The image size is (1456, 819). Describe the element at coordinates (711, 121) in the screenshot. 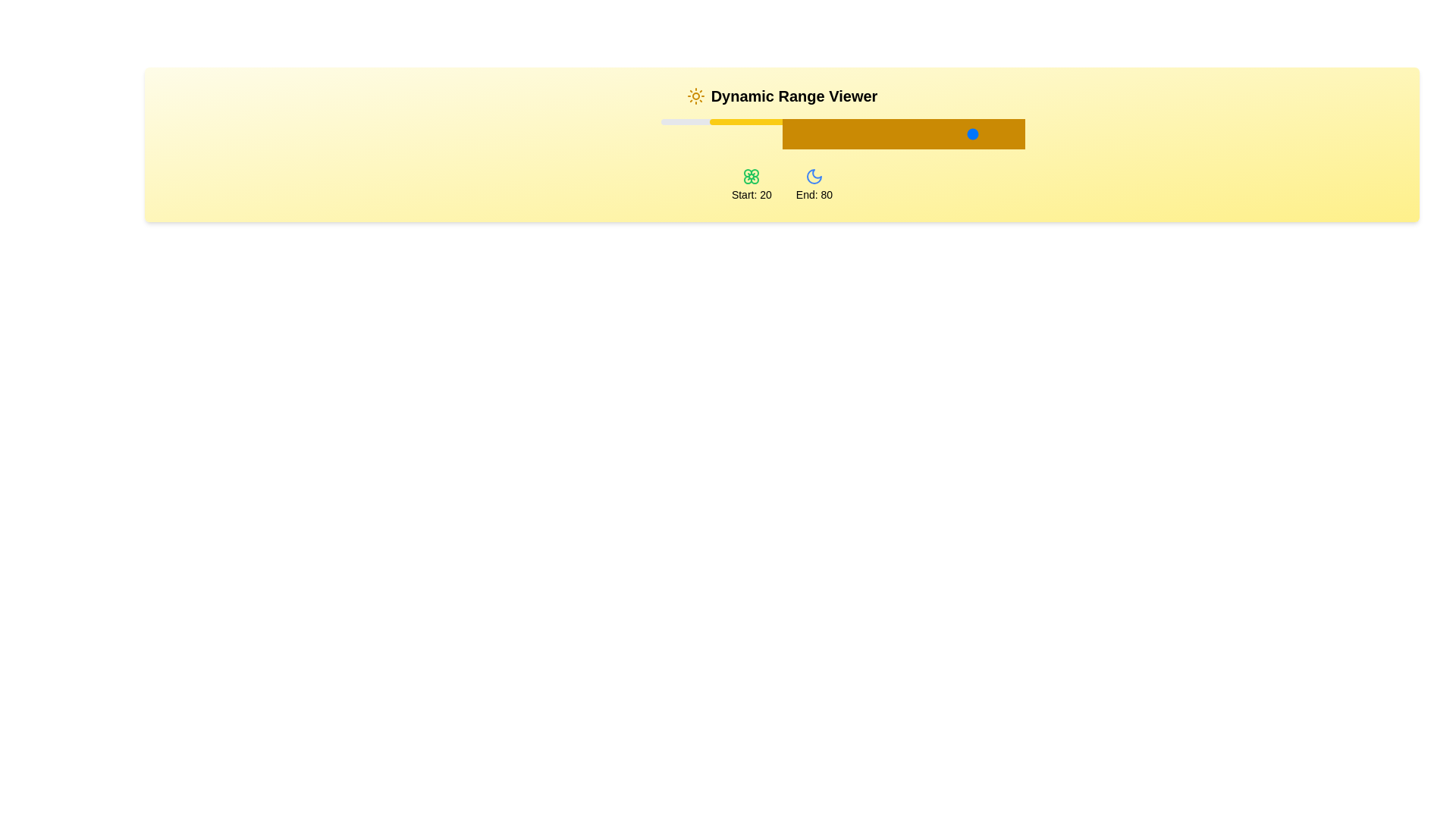

I see `the slider` at that location.